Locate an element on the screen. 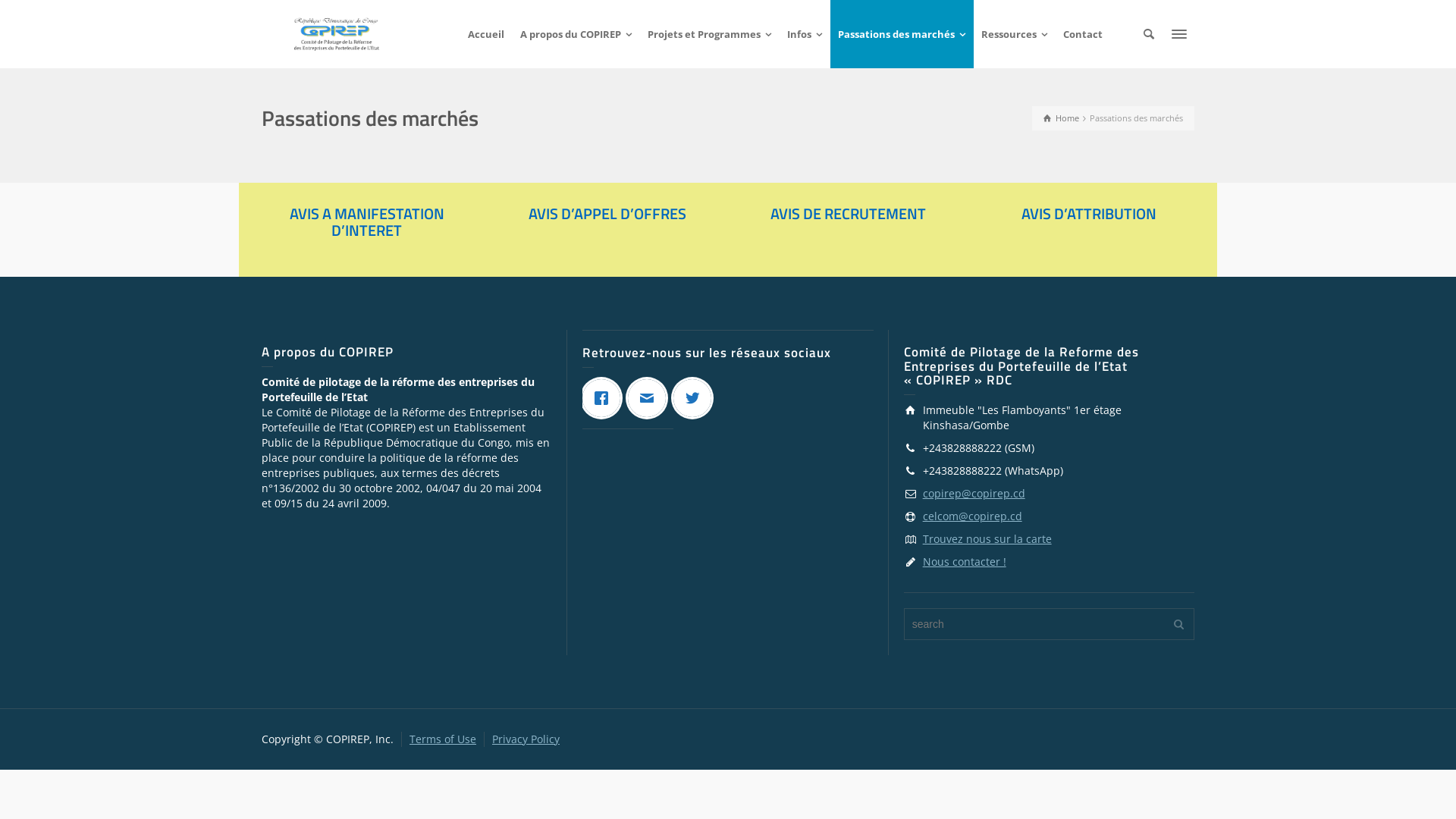  'Projets et Programmes' is located at coordinates (709, 34).